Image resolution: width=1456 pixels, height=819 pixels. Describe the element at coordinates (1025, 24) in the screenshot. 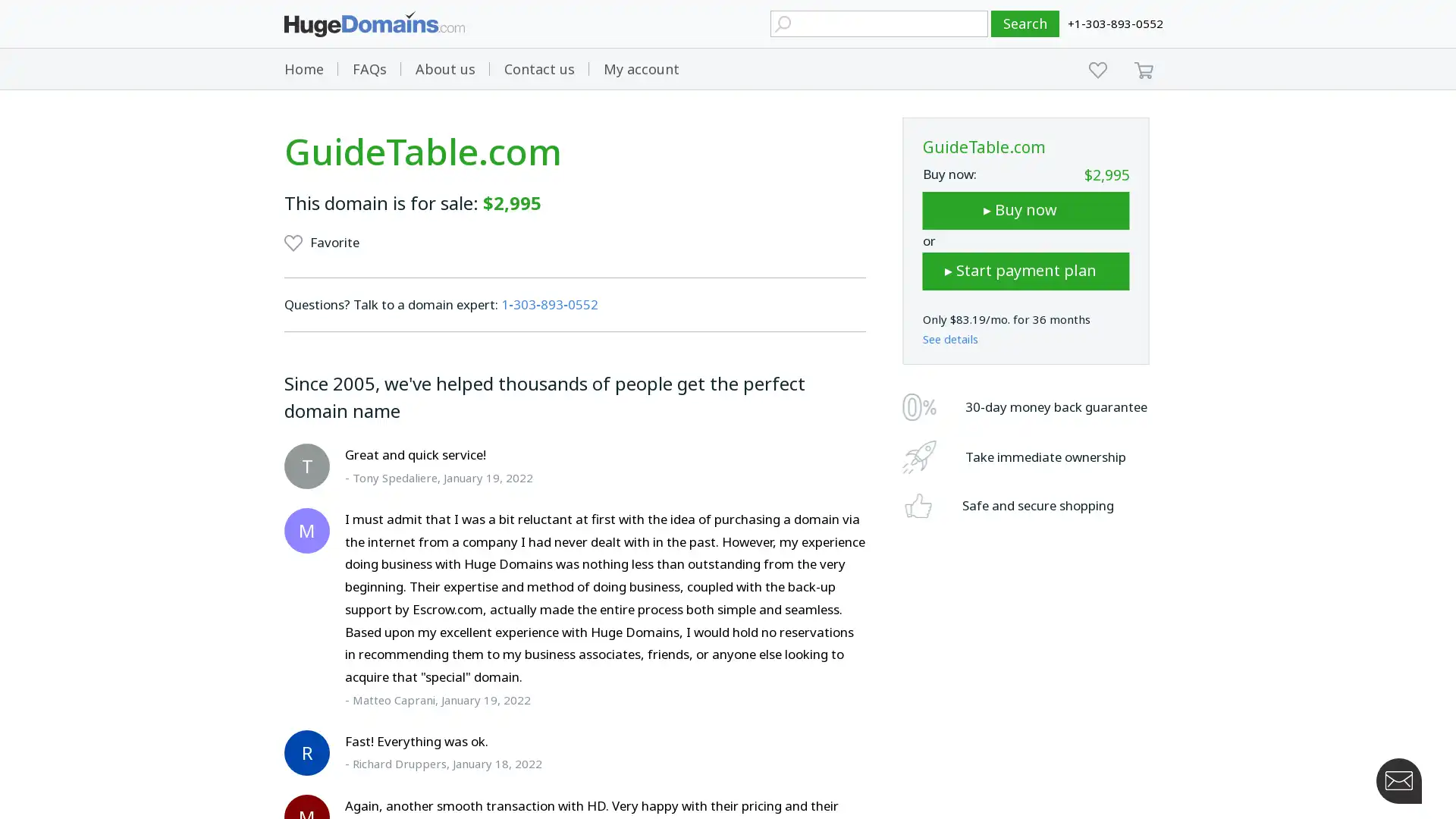

I see `Search` at that location.